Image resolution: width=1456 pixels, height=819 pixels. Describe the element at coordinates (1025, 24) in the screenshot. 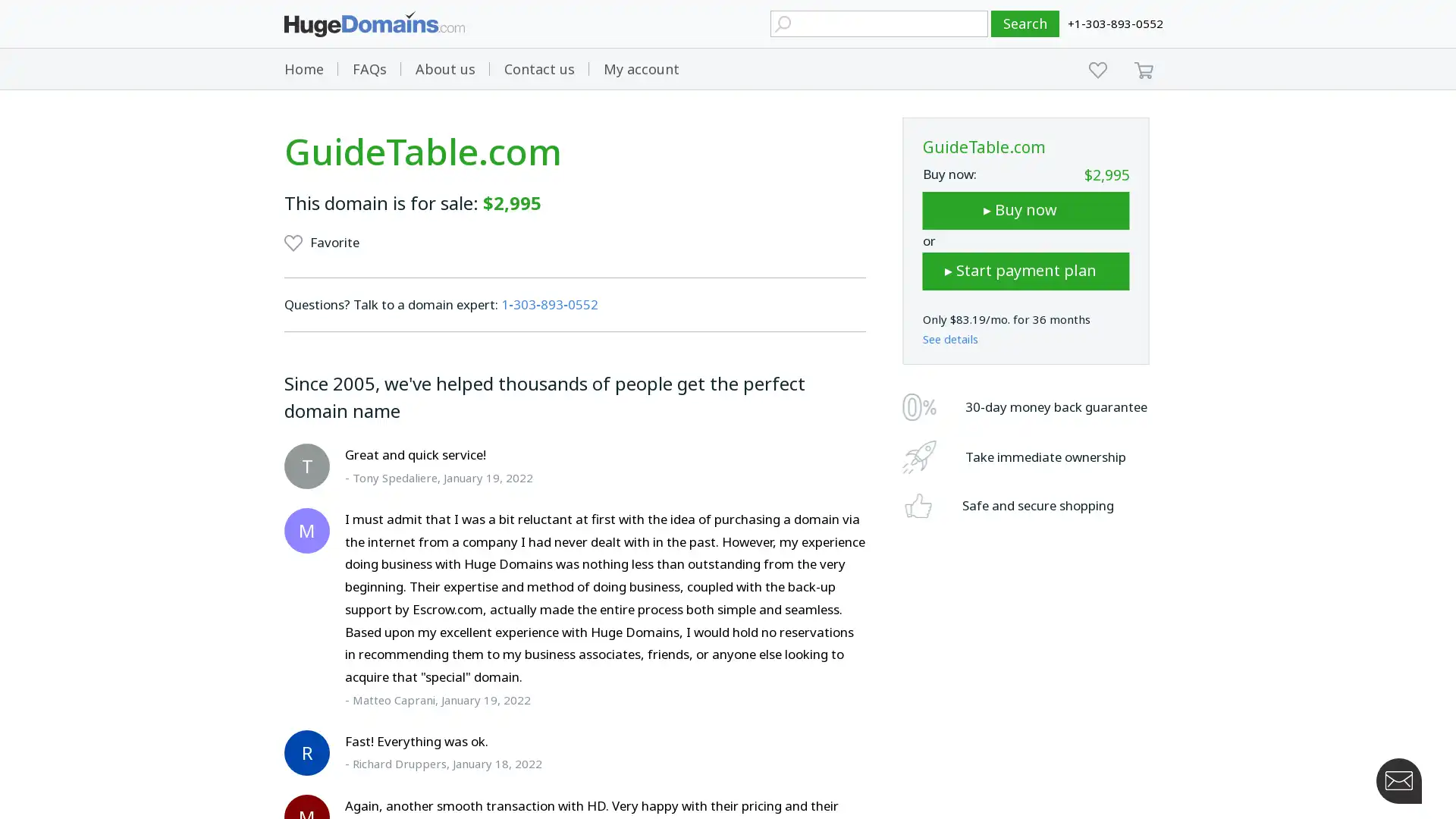

I see `Search` at that location.